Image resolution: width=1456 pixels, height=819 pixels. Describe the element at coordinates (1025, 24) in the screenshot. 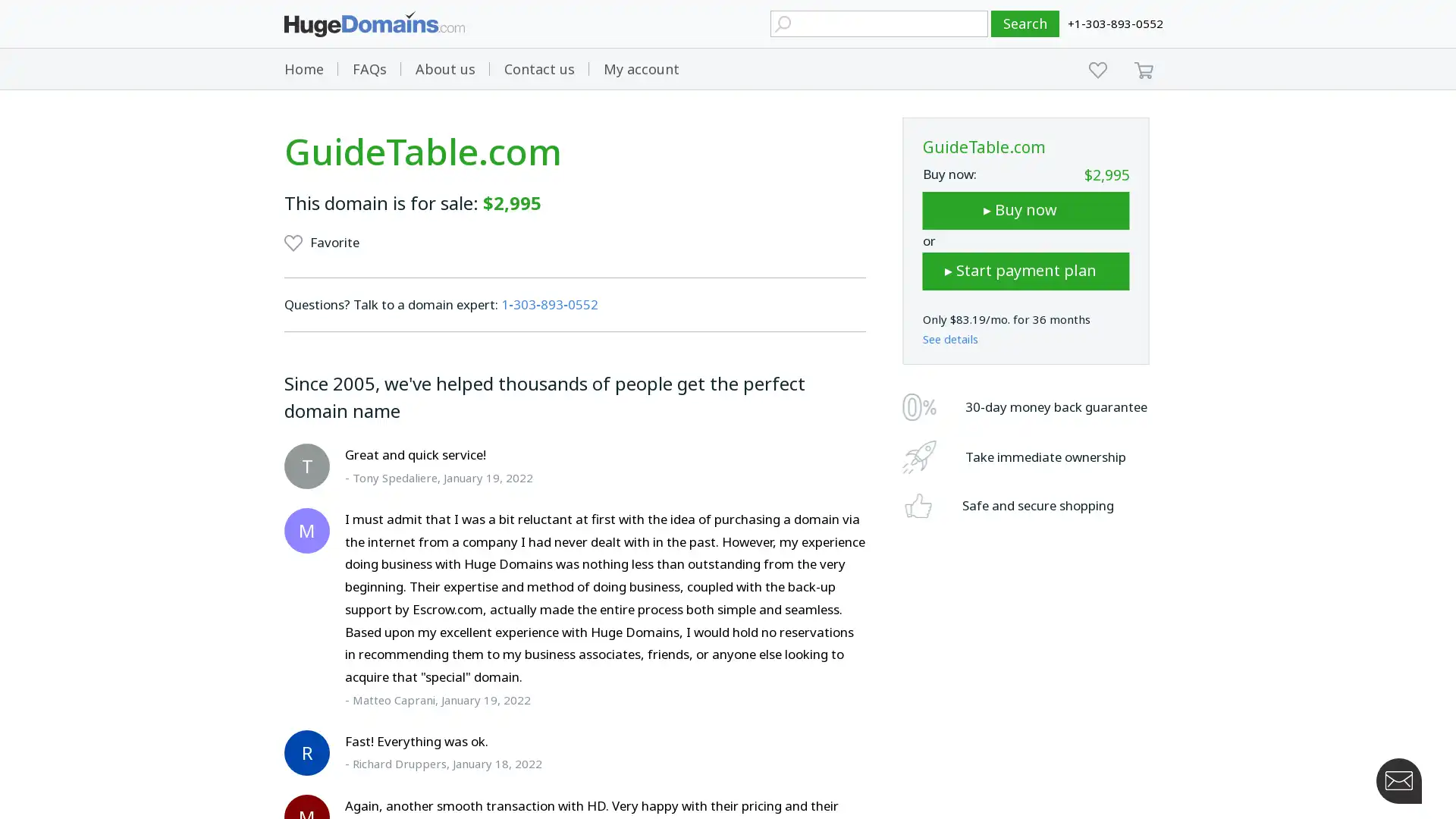

I see `Search` at that location.